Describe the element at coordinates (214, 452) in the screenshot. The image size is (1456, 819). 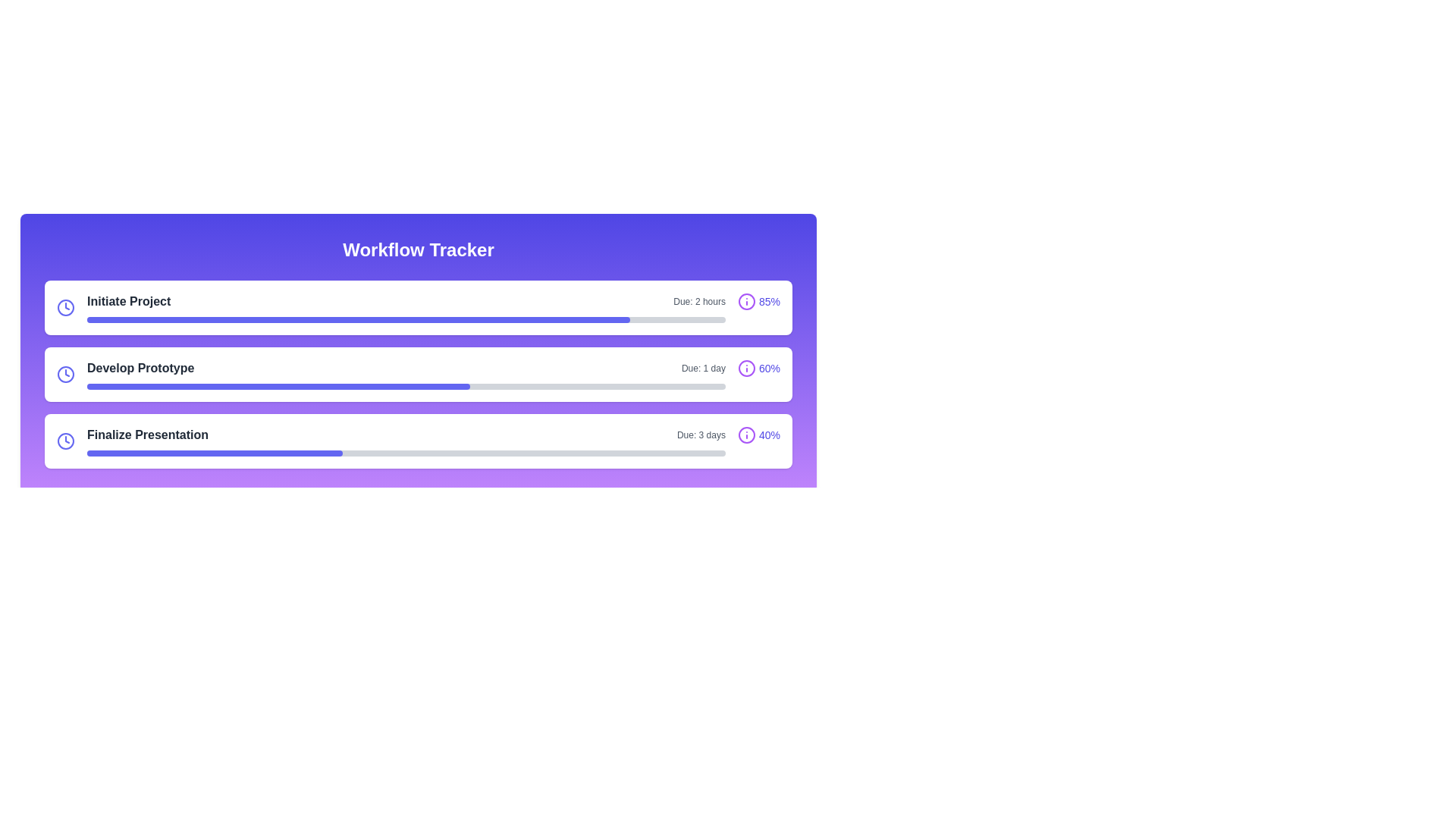
I see `the progress visually of the 'Finalize Presentation' progress indicator bar, which shows 40% completion and is part of the third progress tracker row` at that location.